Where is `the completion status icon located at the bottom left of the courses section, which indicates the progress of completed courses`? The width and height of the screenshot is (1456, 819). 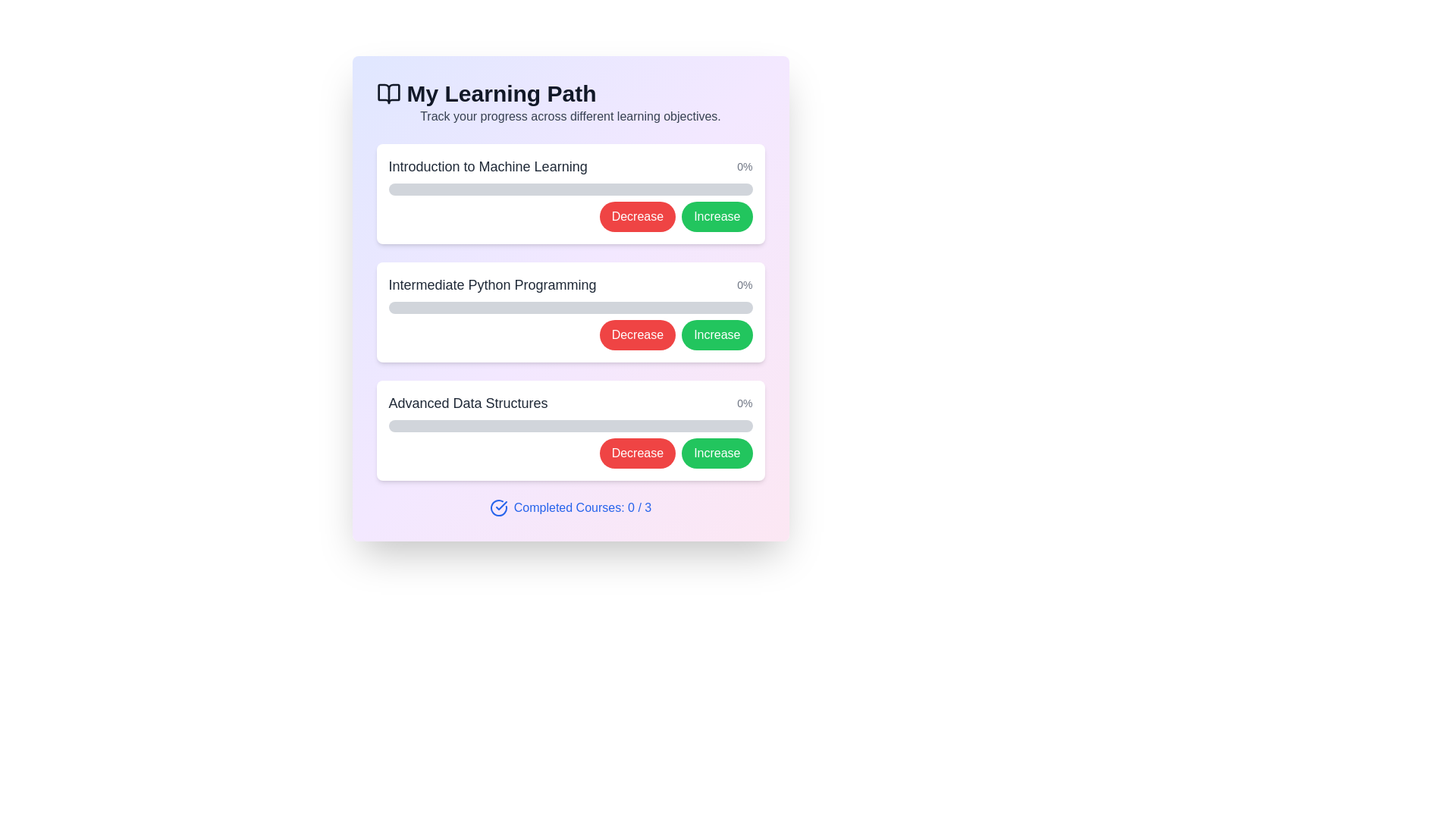
the completion status icon located at the bottom left of the courses section, which indicates the progress of completed courses is located at coordinates (498, 508).